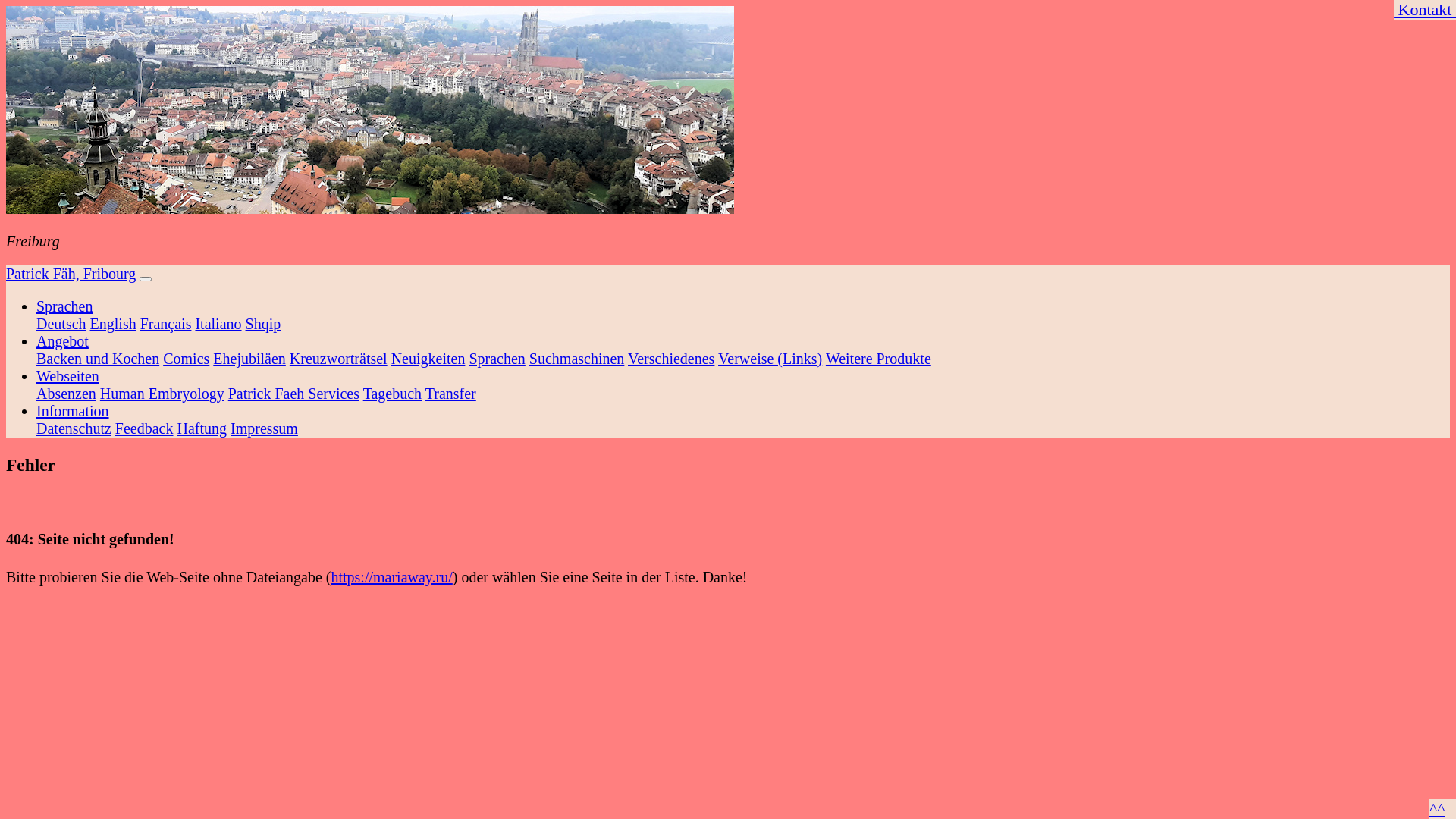  I want to click on 'Sprachen', so click(64, 306).